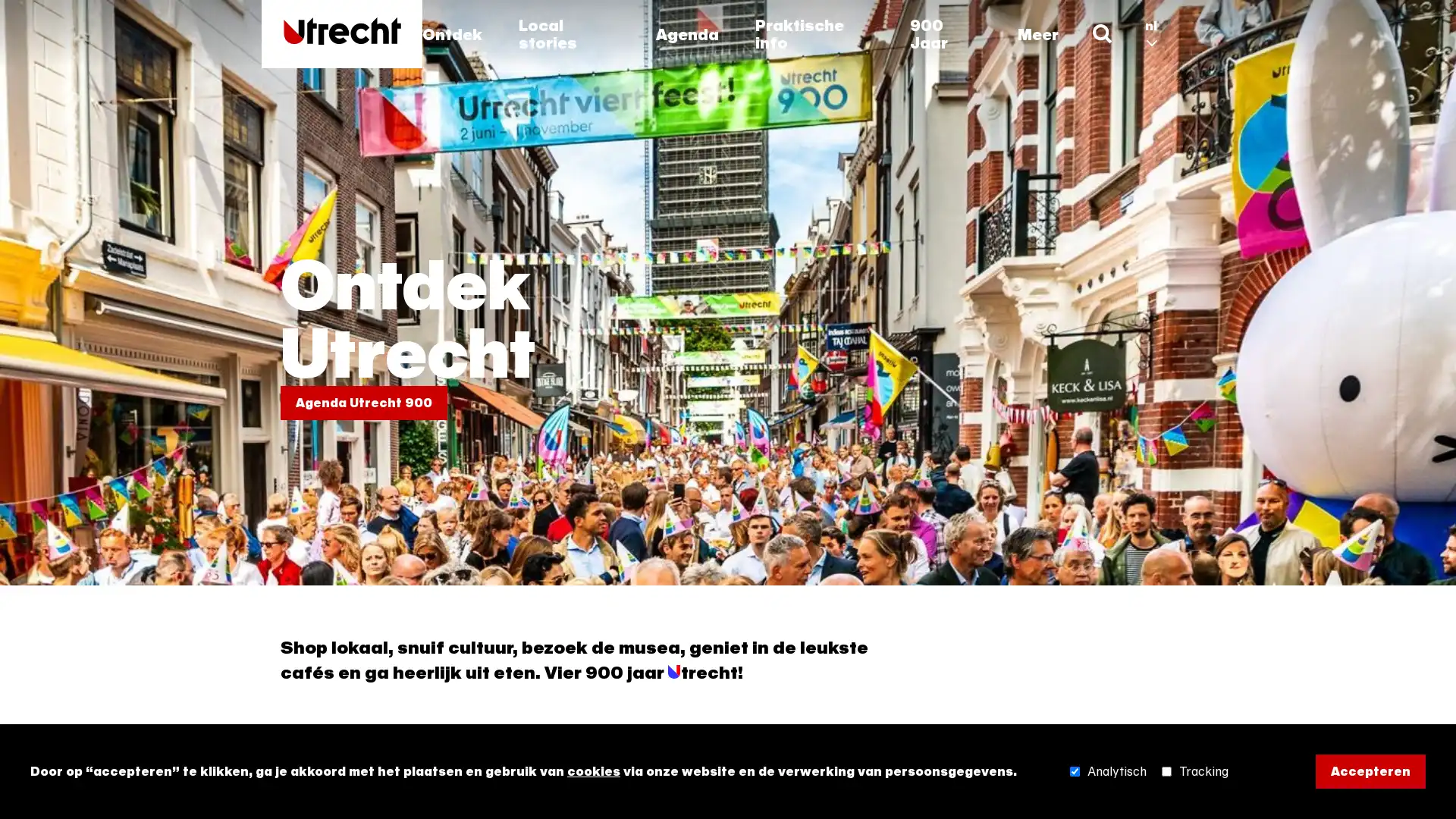  Describe the element at coordinates (364, 402) in the screenshot. I see `Agenda Utrecht 900` at that location.